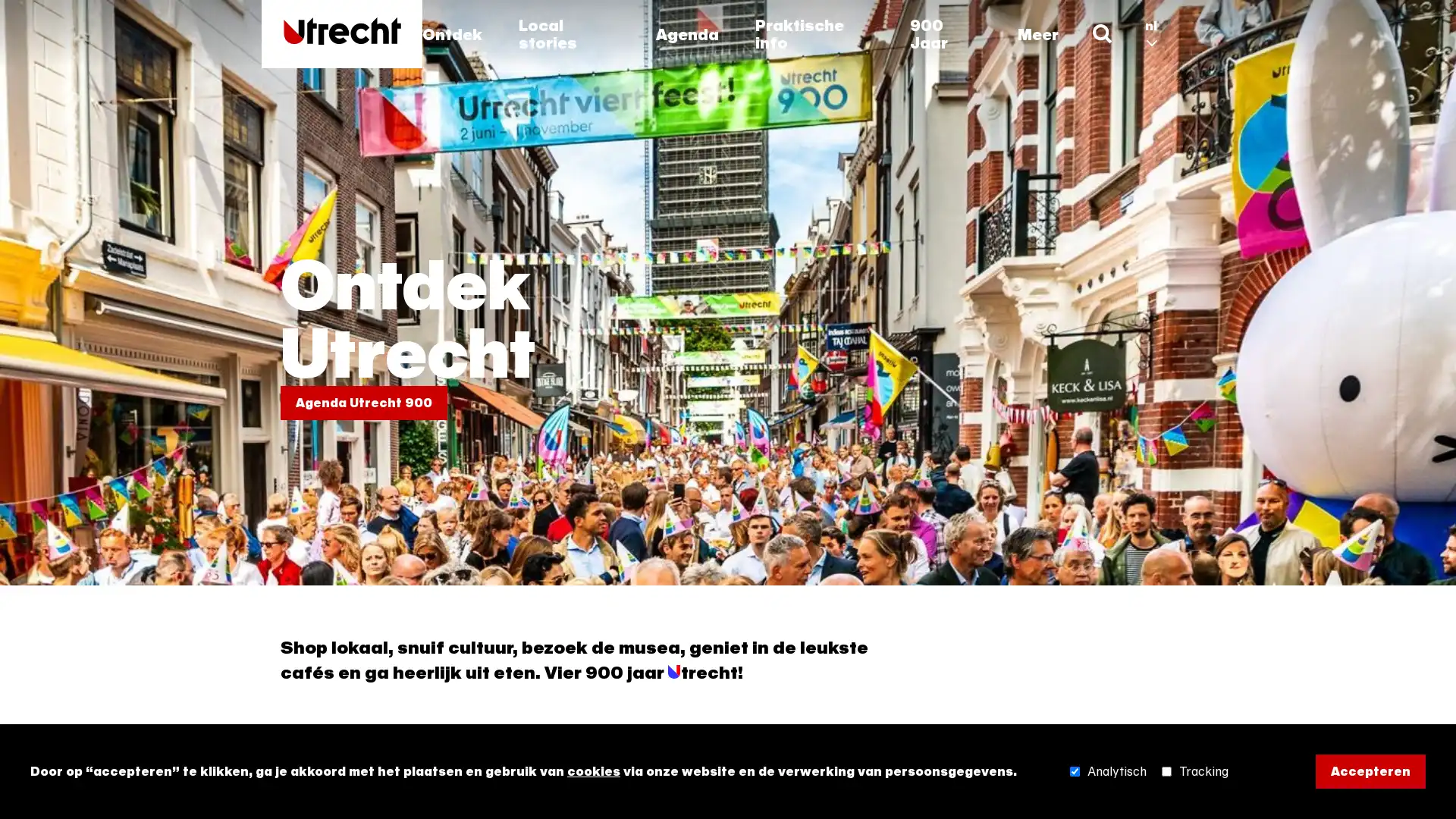  Describe the element at coordinates (364, 402) in the screenshot. I see `Agenda Utrecht 900` at that location.